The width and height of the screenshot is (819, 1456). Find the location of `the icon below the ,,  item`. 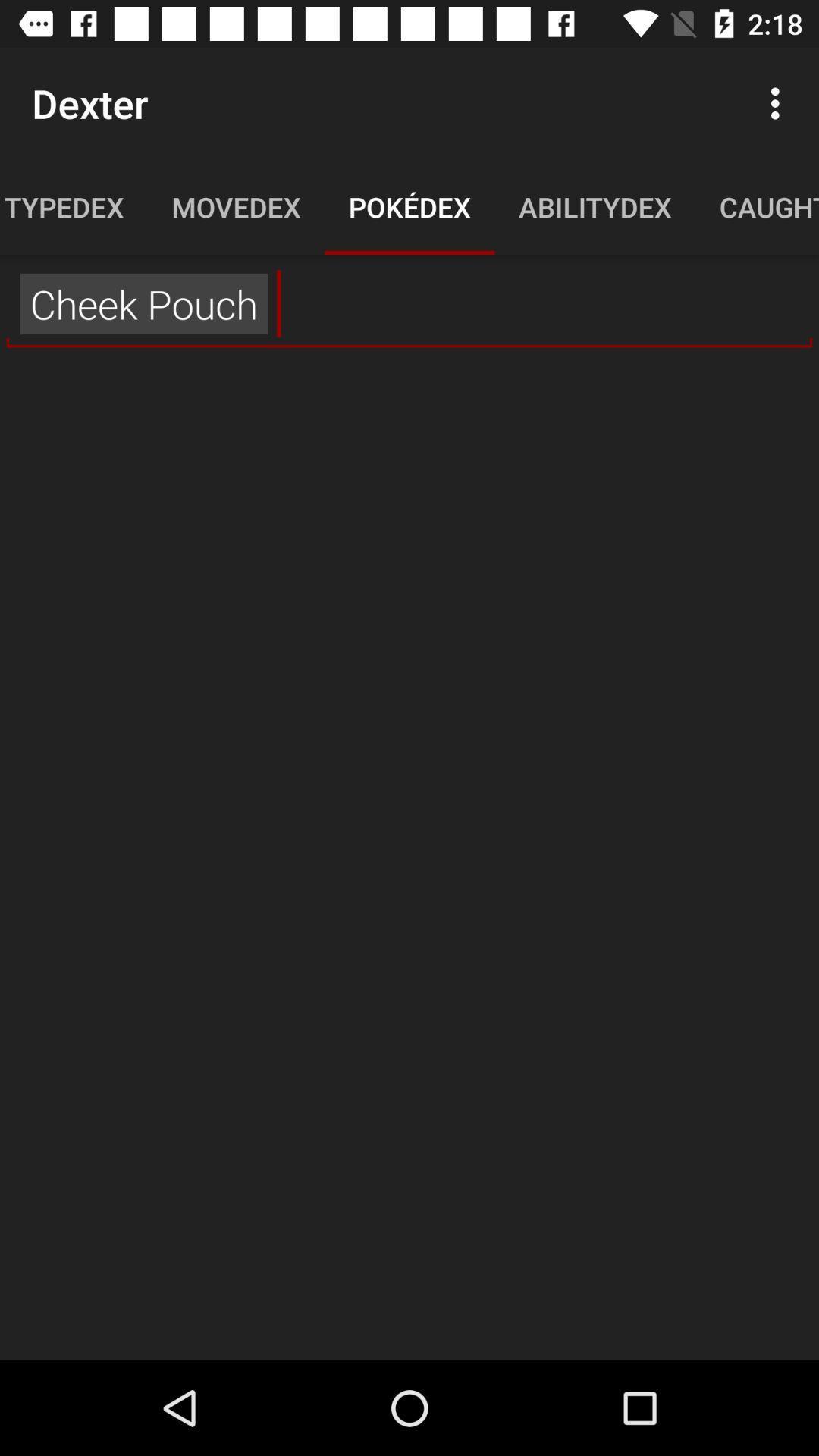

the icon below the ,,  item is located at coordinates (409, 857).